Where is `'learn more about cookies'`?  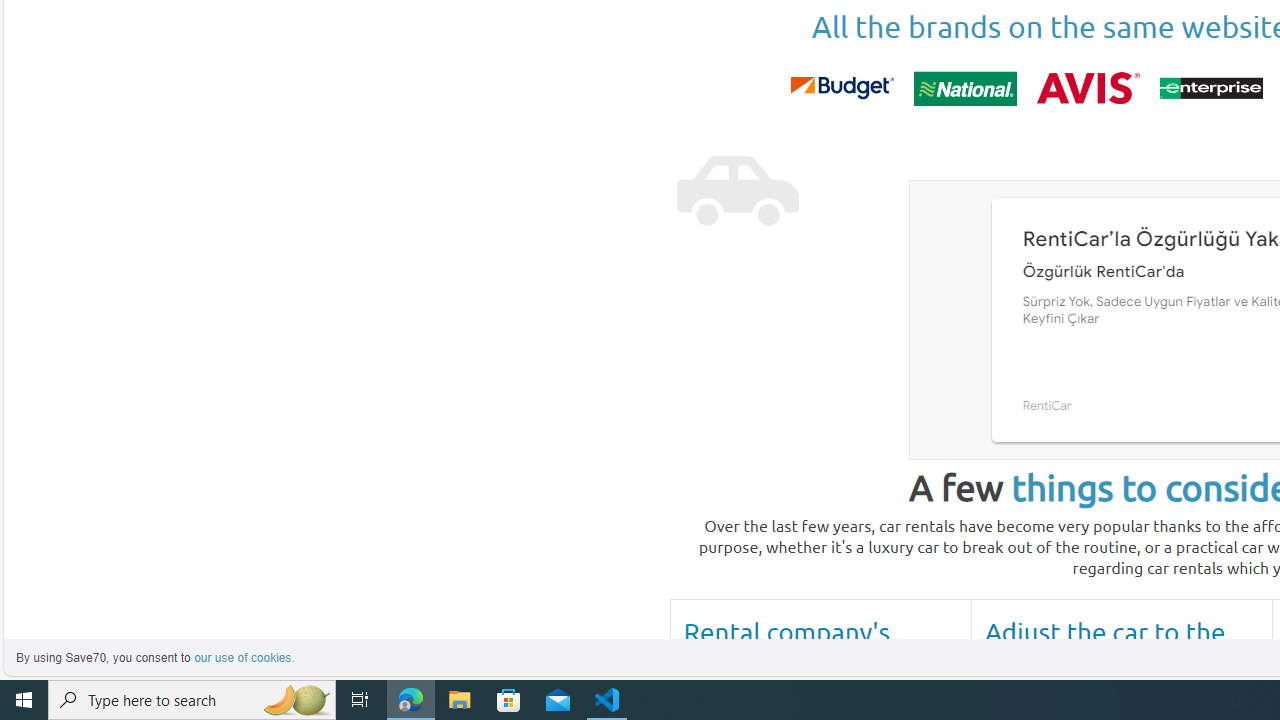
'learn more about cookies' is located at coordinates (243, 657).